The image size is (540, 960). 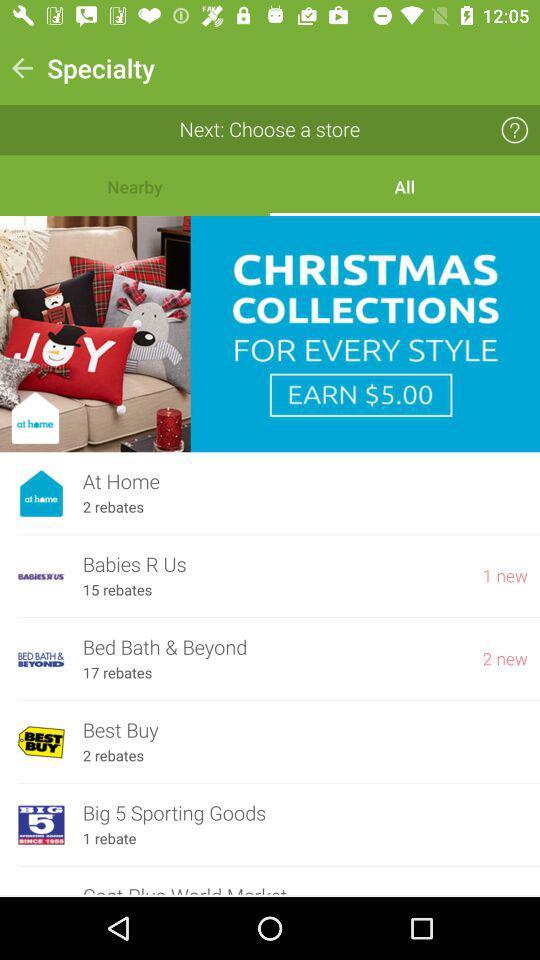 What do you see at coordinates (117, 673) in the screenshot?
I see `the icon to the left of the 2 new icon` at bounding box center [117, 673].